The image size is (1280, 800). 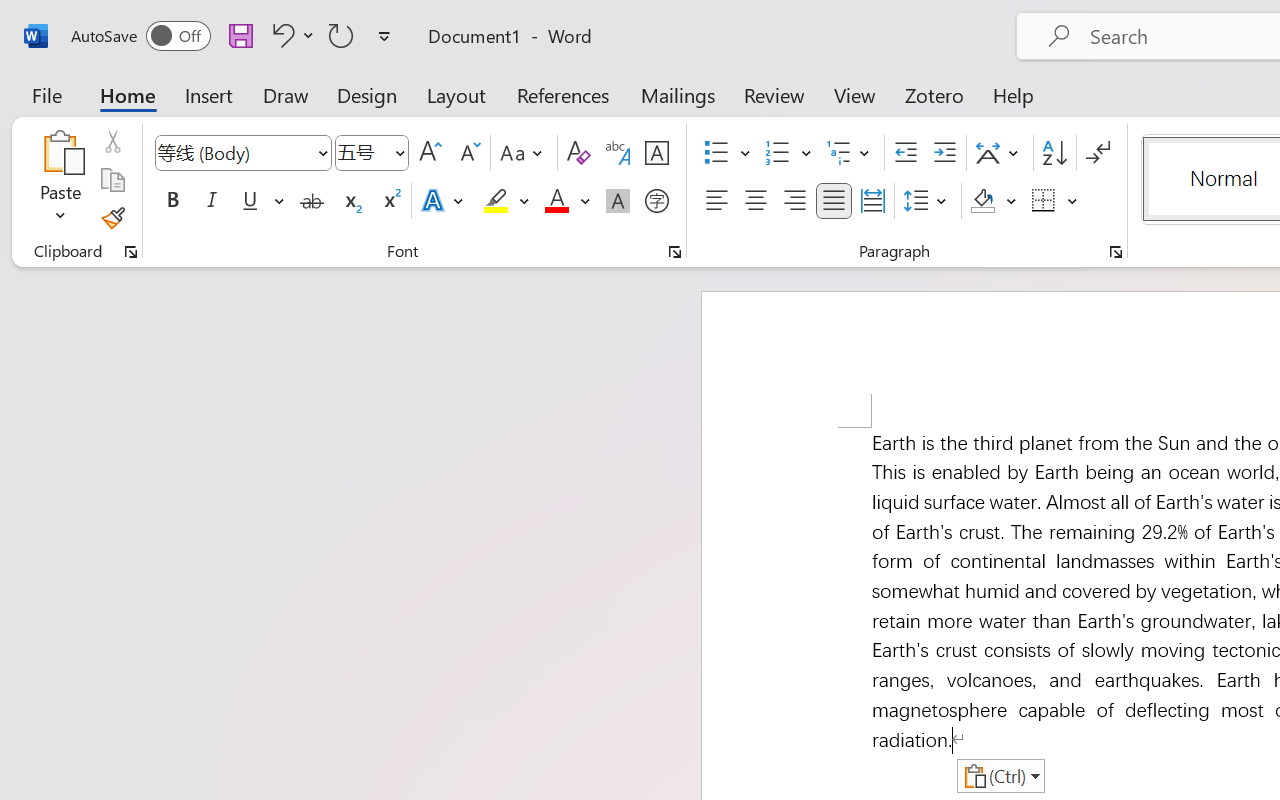 What do you see at coordinates (617, 153) in the screenshot?
I see `'Phonetic Guide...'` at bounding box center [617, 153].